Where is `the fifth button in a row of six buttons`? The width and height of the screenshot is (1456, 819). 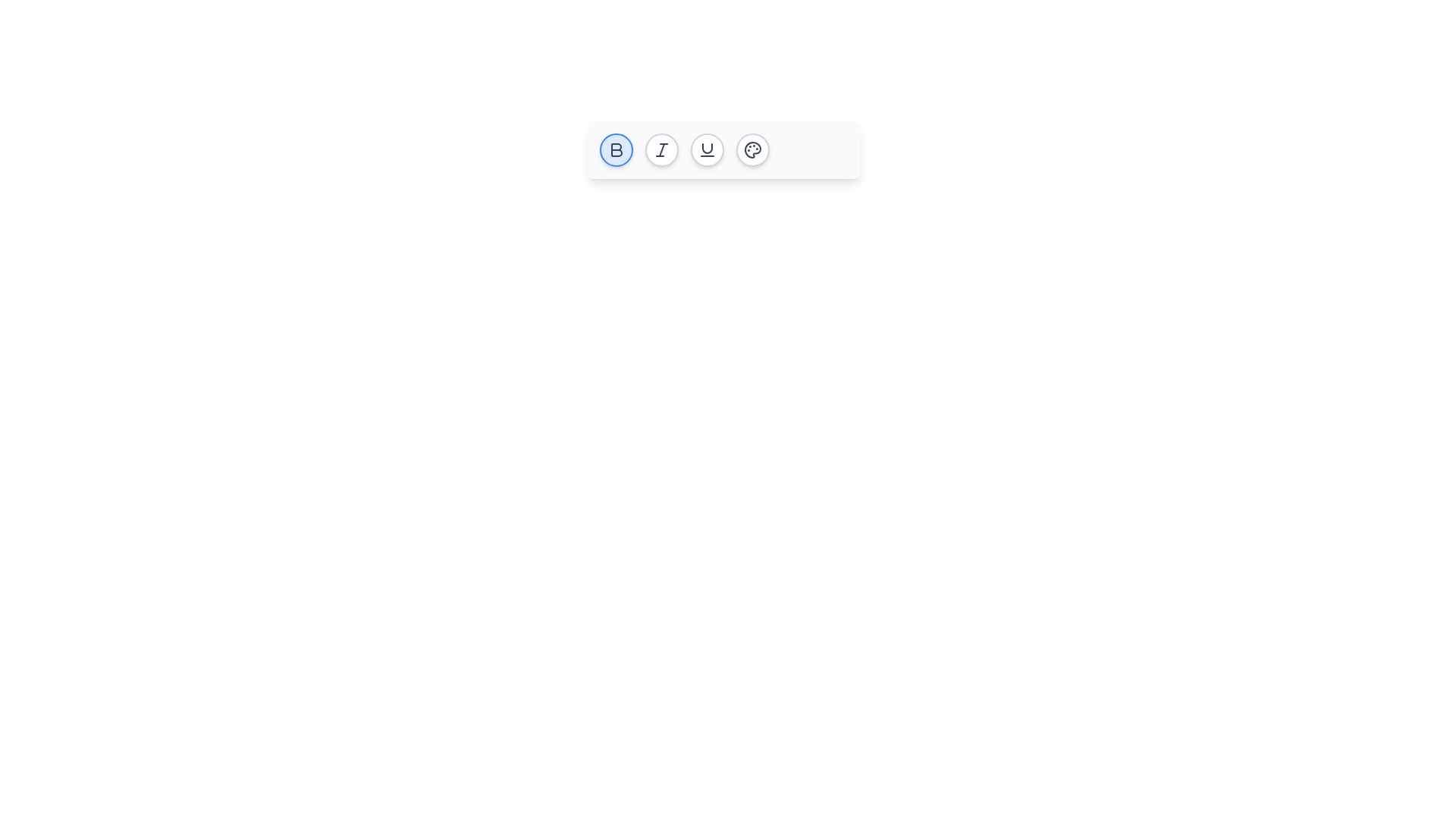 the fifth button in a row of six buttons is located at coordinates (753, 149).